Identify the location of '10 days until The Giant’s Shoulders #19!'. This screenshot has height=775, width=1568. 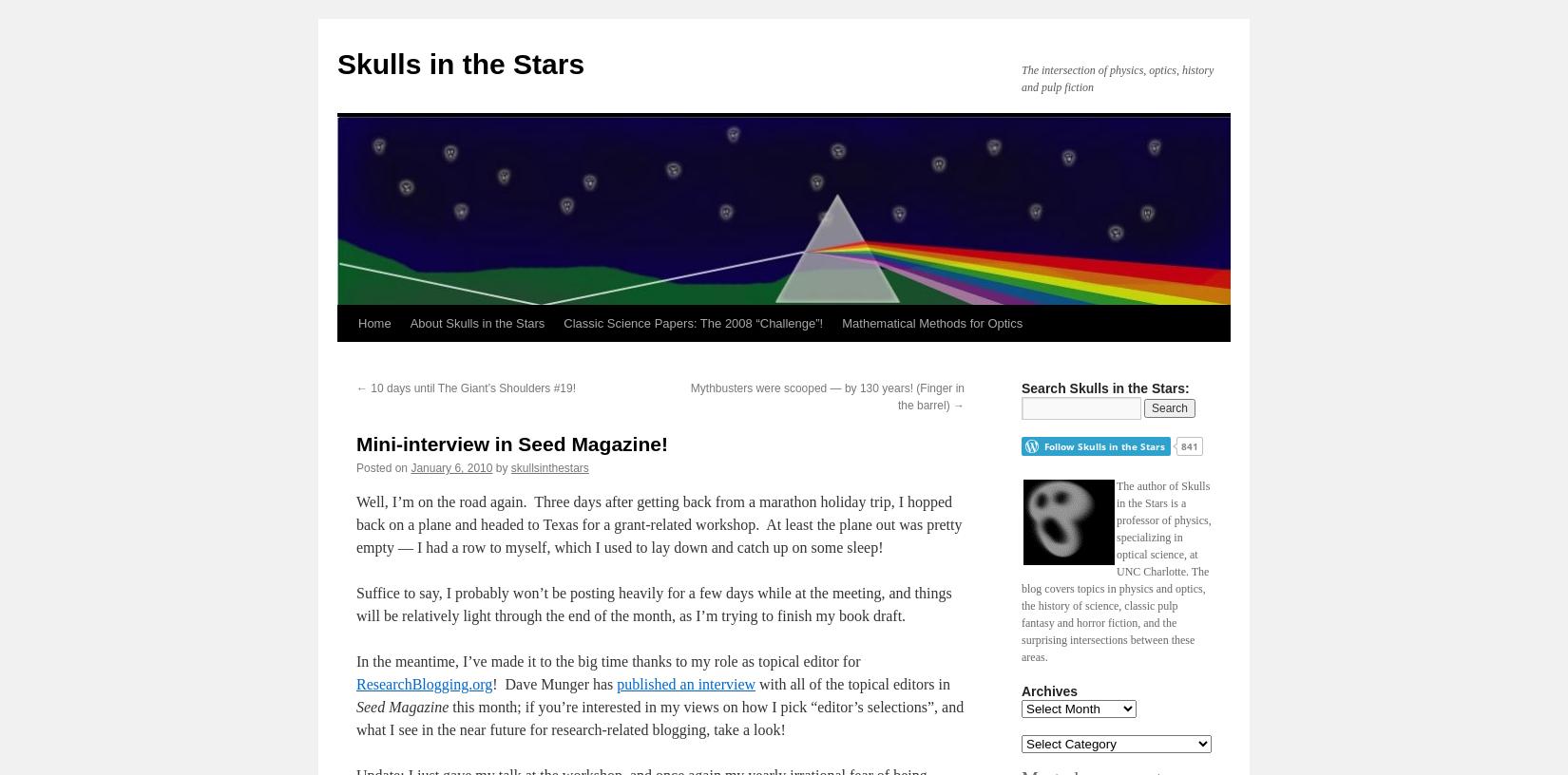
(470, 387).